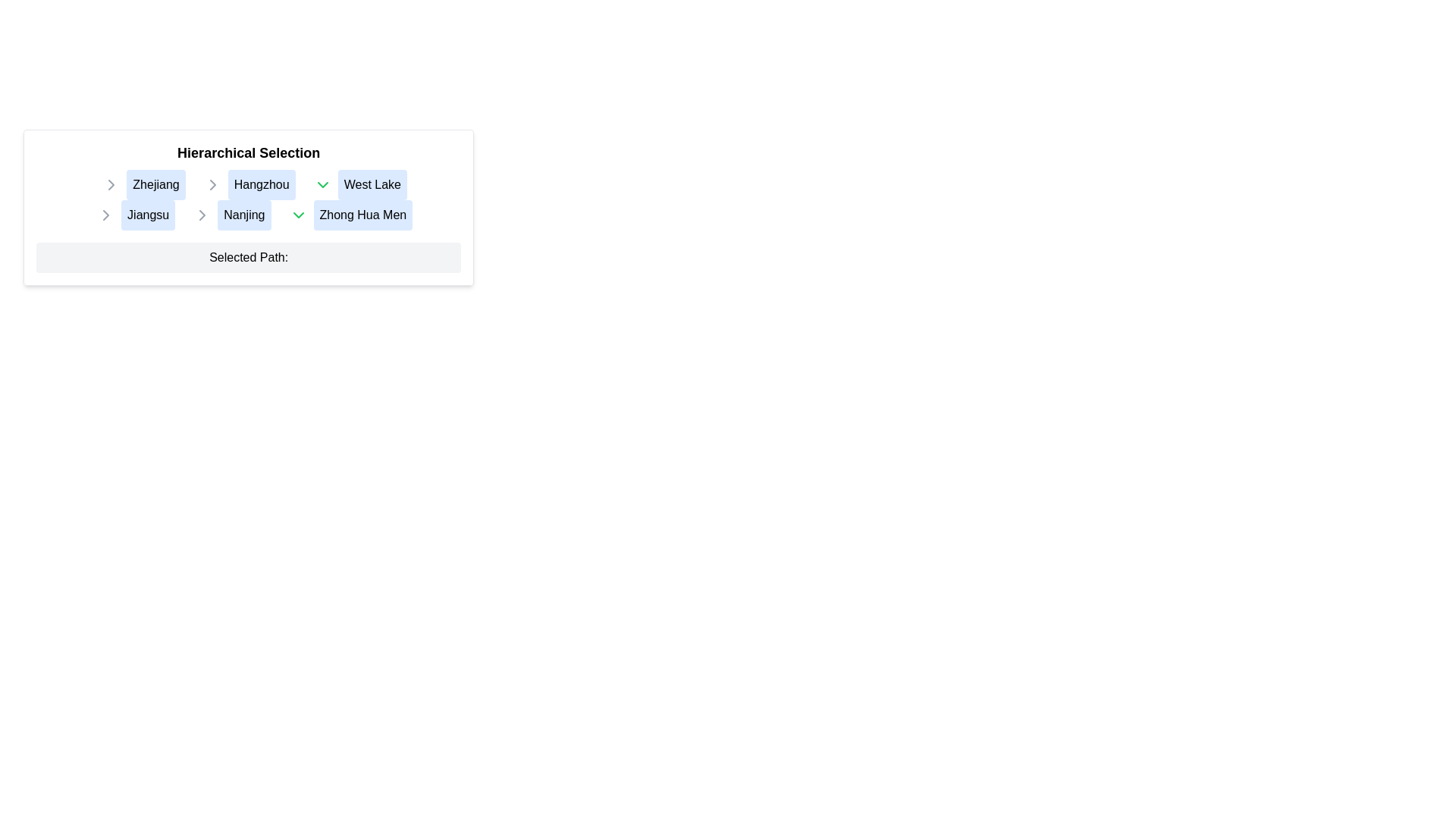  What do you see at coordinates (372, 184) in the screenshot?
I see `the button` at bounding box center [372, 184].